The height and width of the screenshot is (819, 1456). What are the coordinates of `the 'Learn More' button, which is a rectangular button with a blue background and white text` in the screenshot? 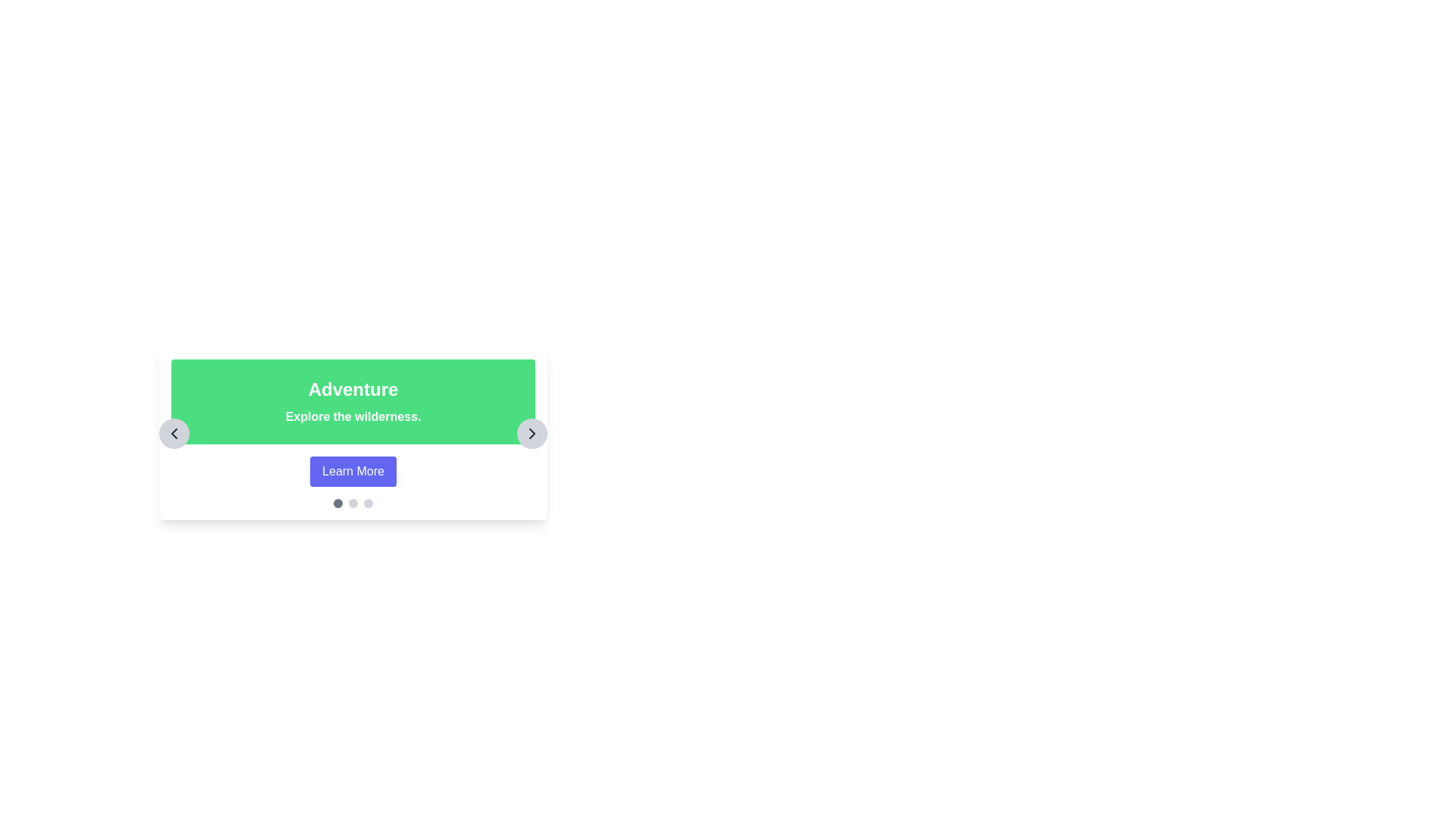 It's located at (352, 470).